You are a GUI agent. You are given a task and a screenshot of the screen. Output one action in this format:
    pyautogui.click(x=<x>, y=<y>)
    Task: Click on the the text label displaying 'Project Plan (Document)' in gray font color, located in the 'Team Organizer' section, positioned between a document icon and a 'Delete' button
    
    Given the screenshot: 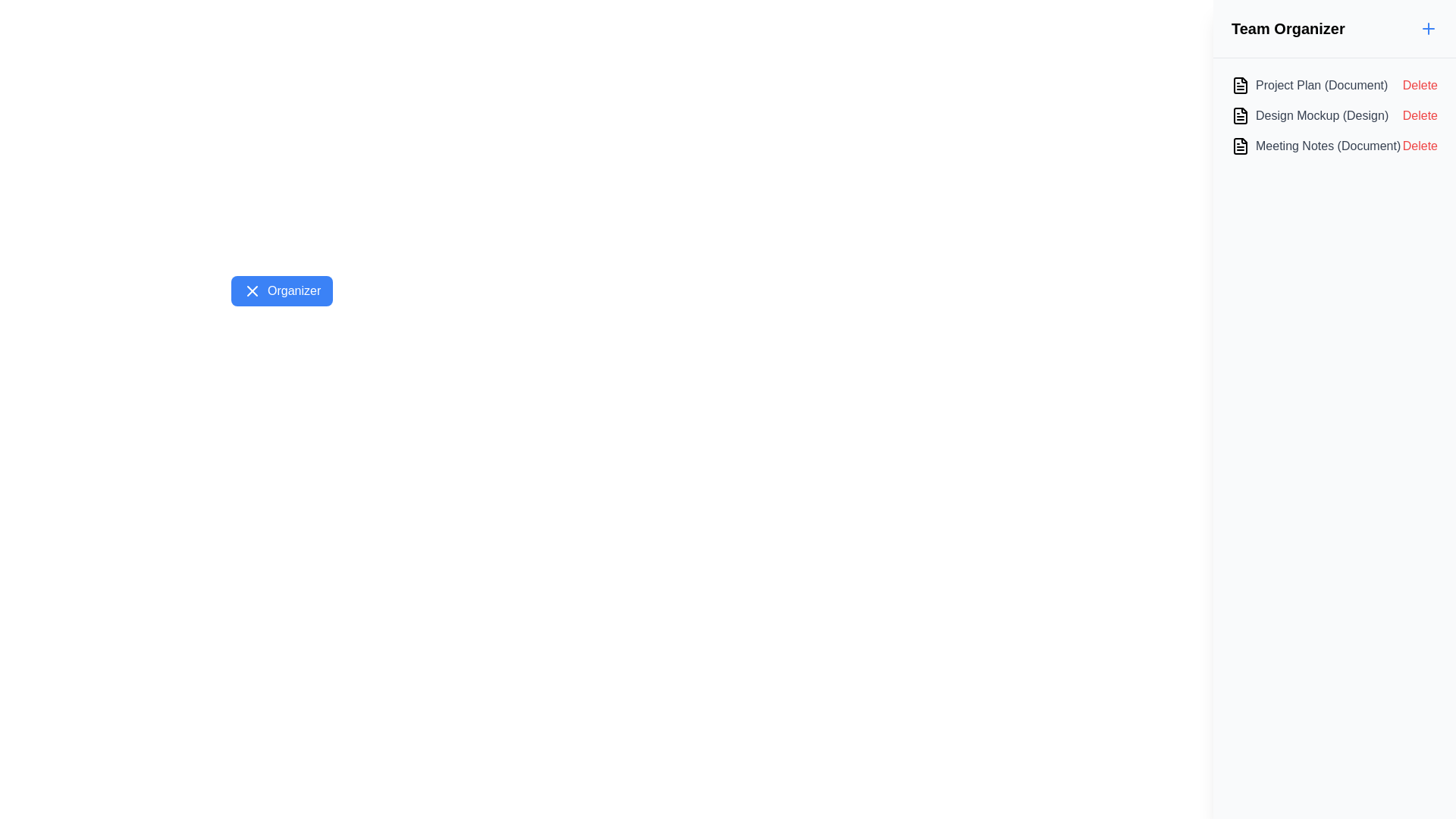 What is the action you would take?
    pyautogui.click(x=1321, y=85)
    